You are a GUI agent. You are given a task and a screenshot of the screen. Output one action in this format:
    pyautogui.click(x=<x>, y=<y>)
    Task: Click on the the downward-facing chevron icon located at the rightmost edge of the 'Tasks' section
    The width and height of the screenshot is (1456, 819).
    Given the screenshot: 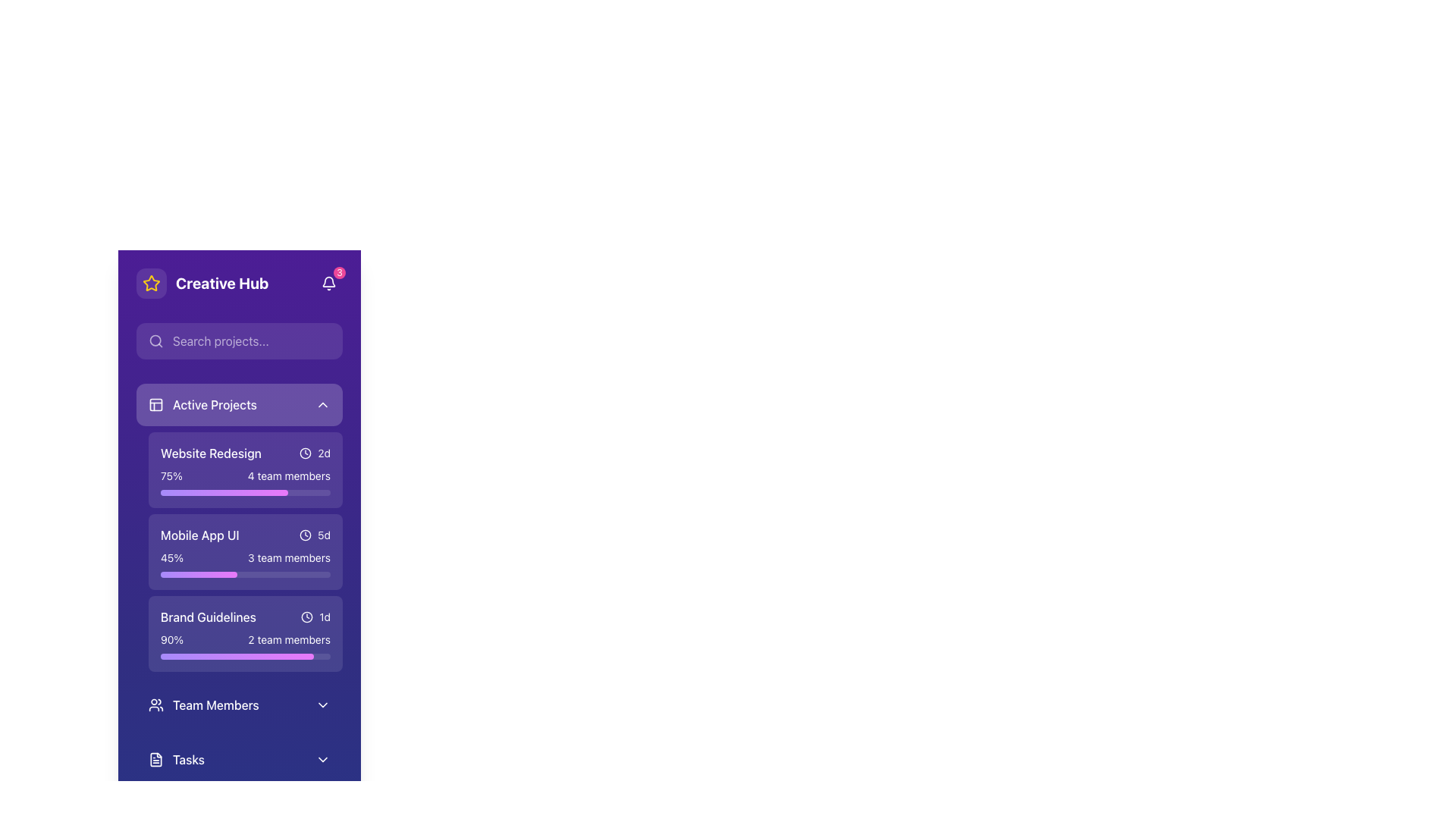 What is the action you would take?
    pyautogui.click(x=322, y=760)
    